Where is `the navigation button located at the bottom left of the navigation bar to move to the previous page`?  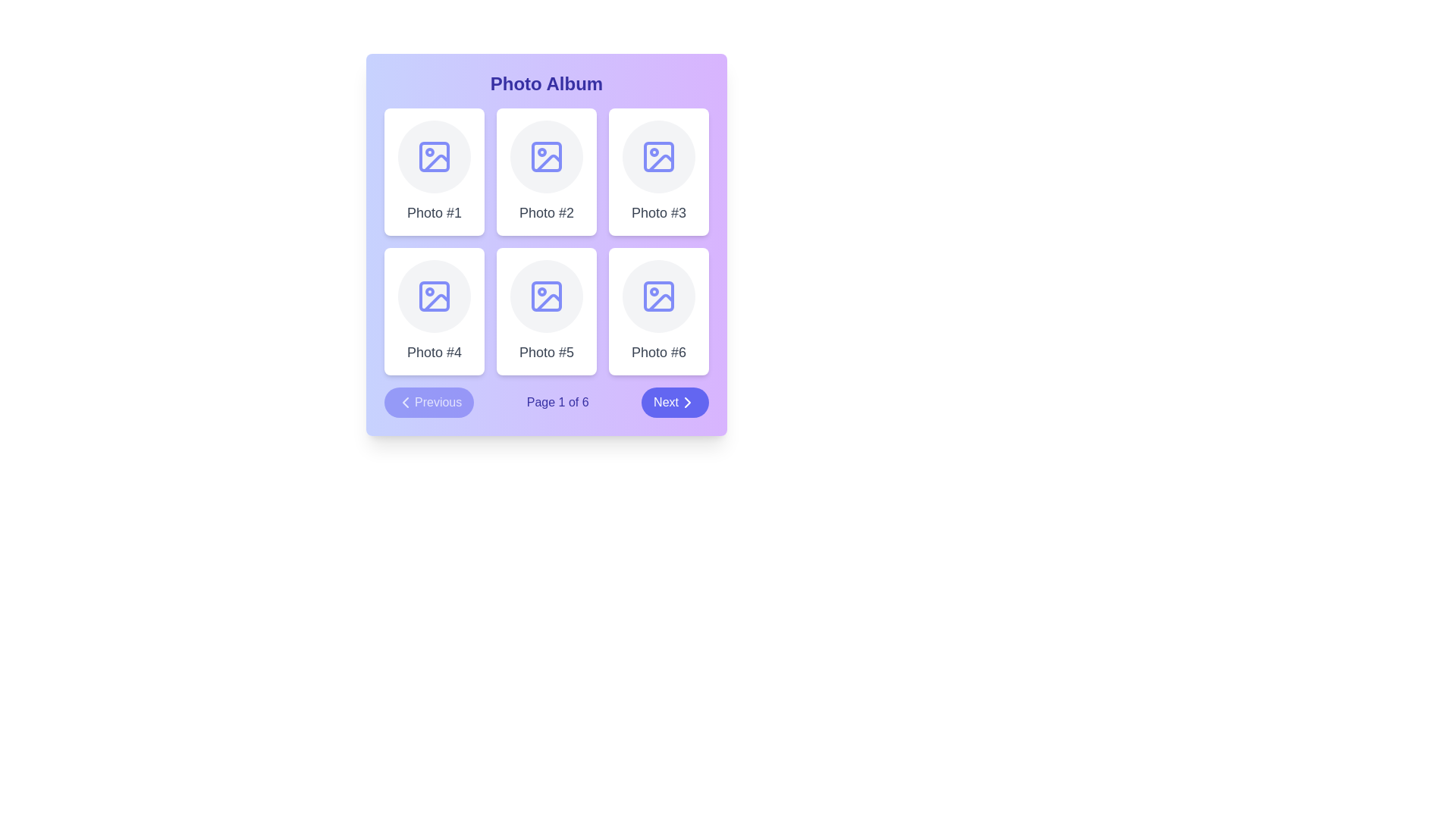 the navigation button located at the bottom left of the navigation bar to move to the previous page is located at coordinates (428, 402).